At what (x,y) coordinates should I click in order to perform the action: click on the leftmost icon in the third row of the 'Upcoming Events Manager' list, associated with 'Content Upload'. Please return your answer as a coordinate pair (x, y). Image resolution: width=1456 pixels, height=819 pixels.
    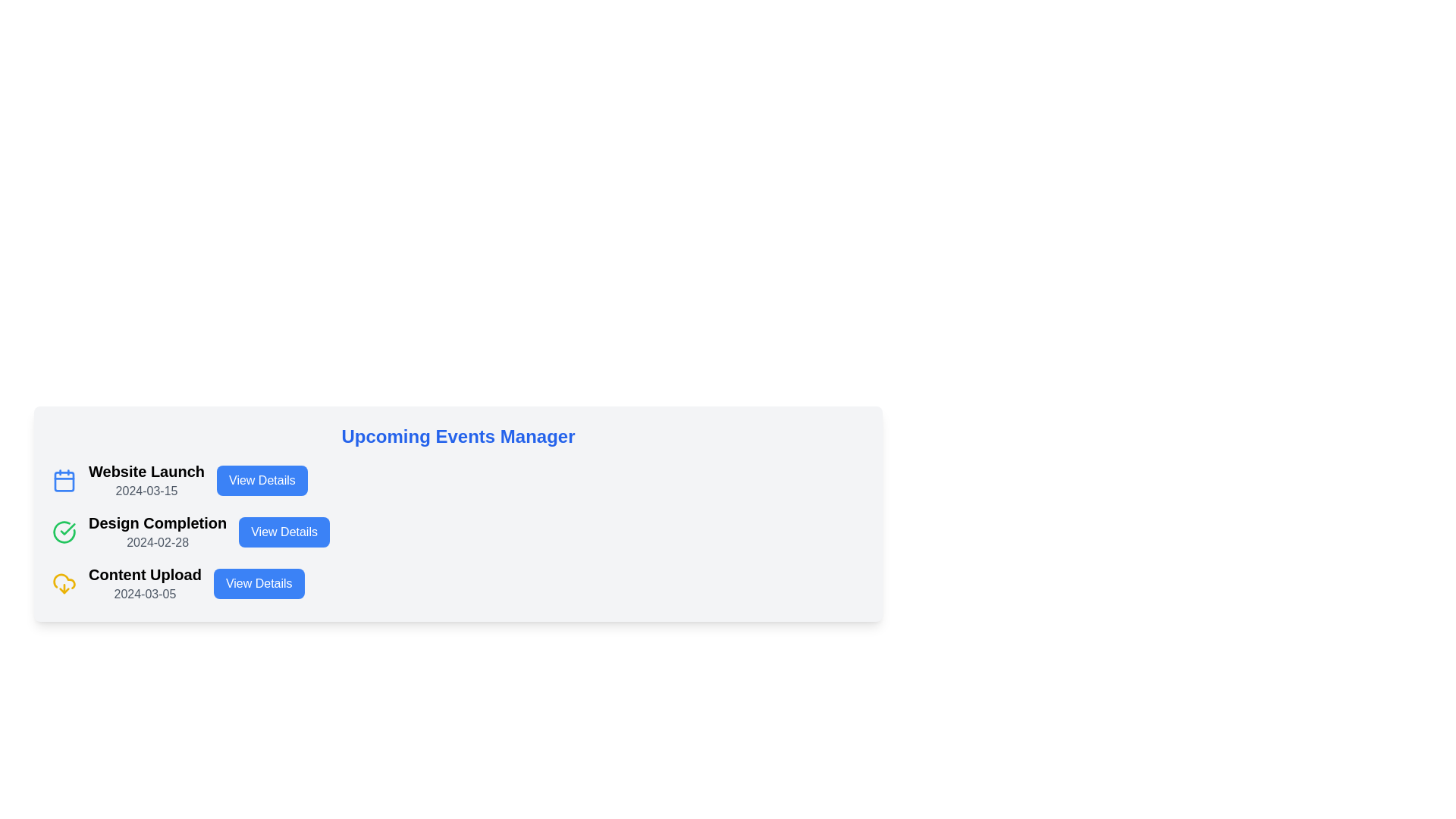
    Looking at the image, I should click on (64, 583).